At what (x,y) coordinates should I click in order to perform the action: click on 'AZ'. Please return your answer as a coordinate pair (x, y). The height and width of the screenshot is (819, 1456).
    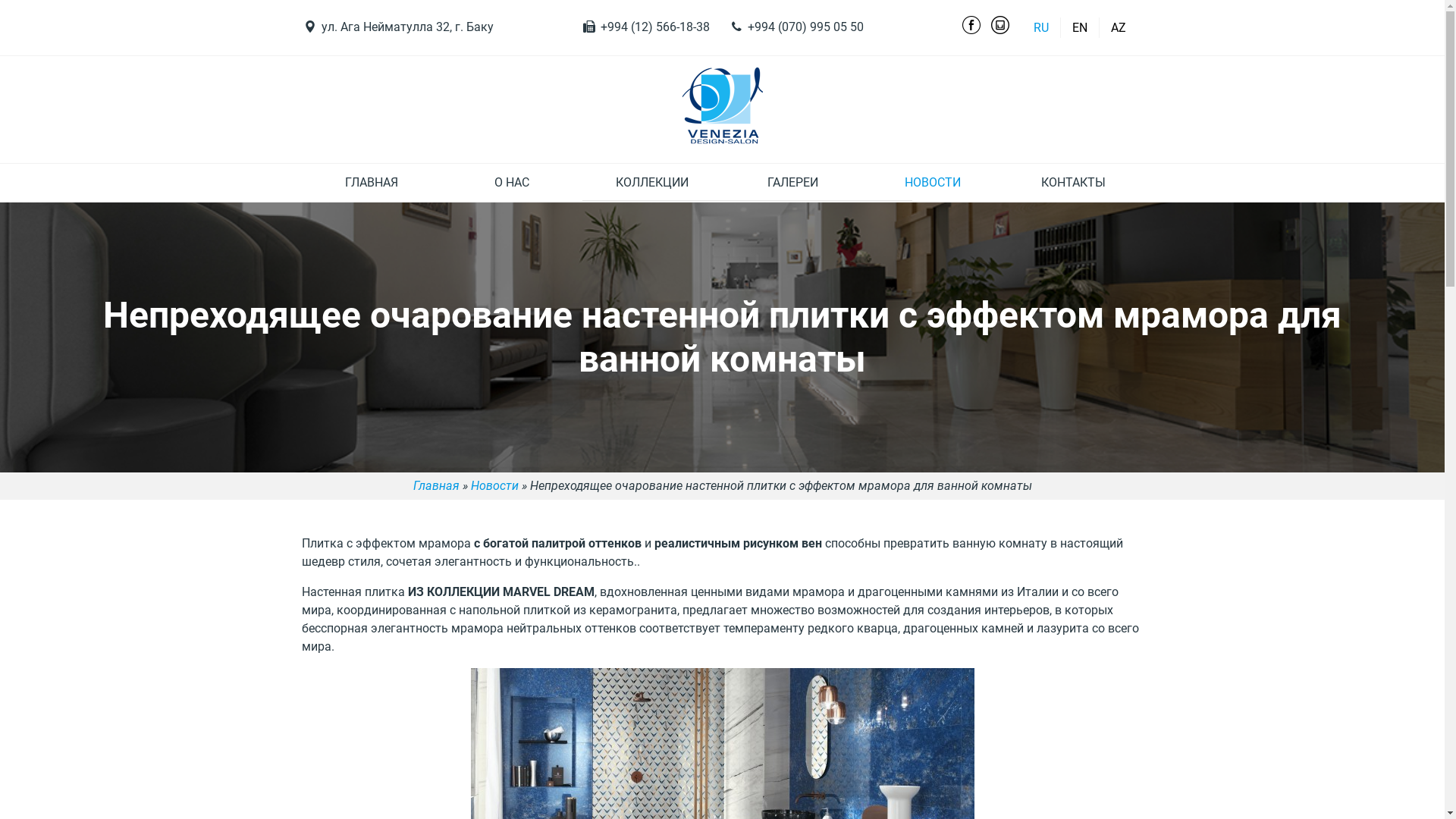
    Looking at the image, I should click on (1117, 27).